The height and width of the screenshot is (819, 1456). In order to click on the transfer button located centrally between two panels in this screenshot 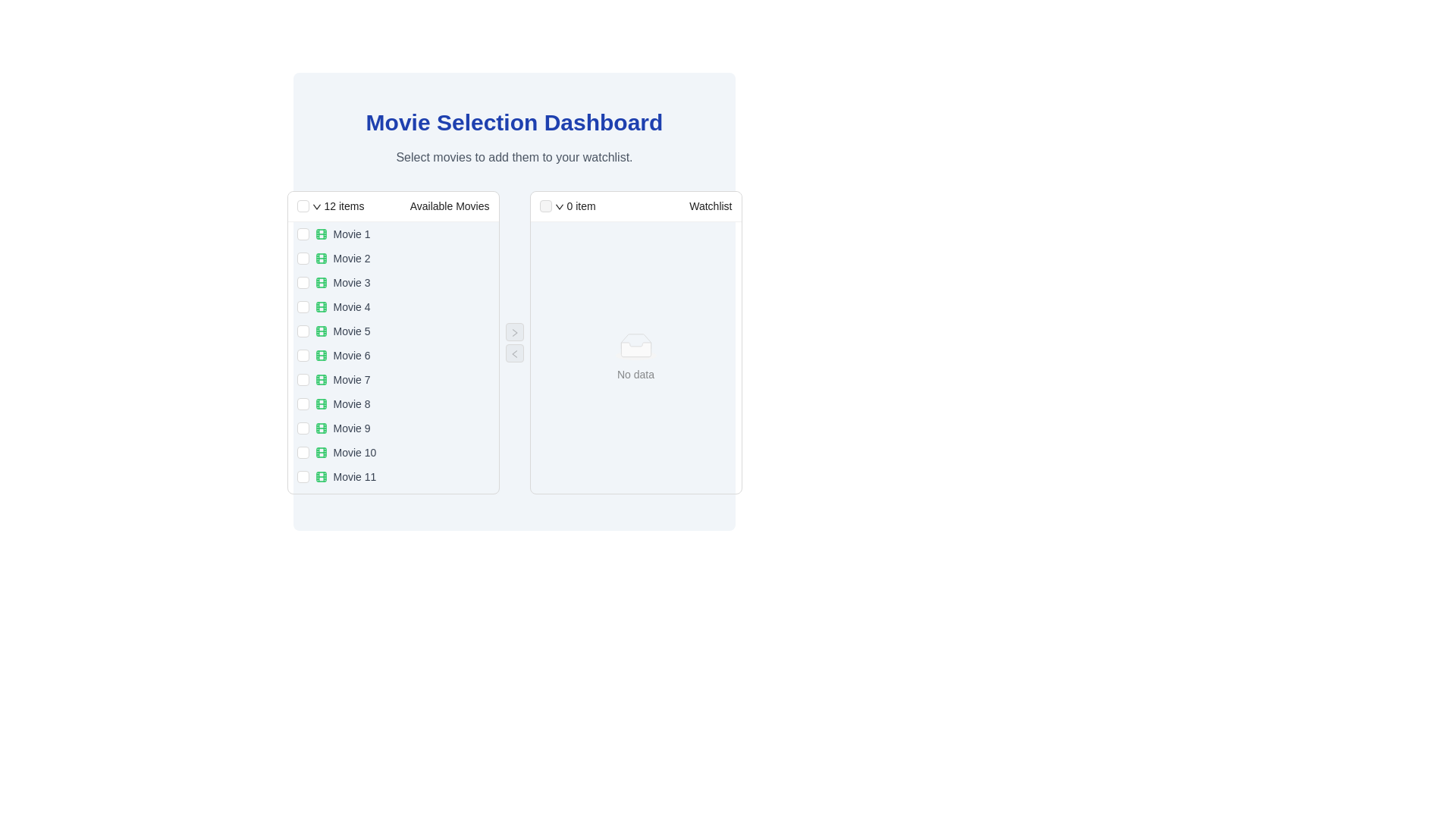, I will do `click(514, 353)`.